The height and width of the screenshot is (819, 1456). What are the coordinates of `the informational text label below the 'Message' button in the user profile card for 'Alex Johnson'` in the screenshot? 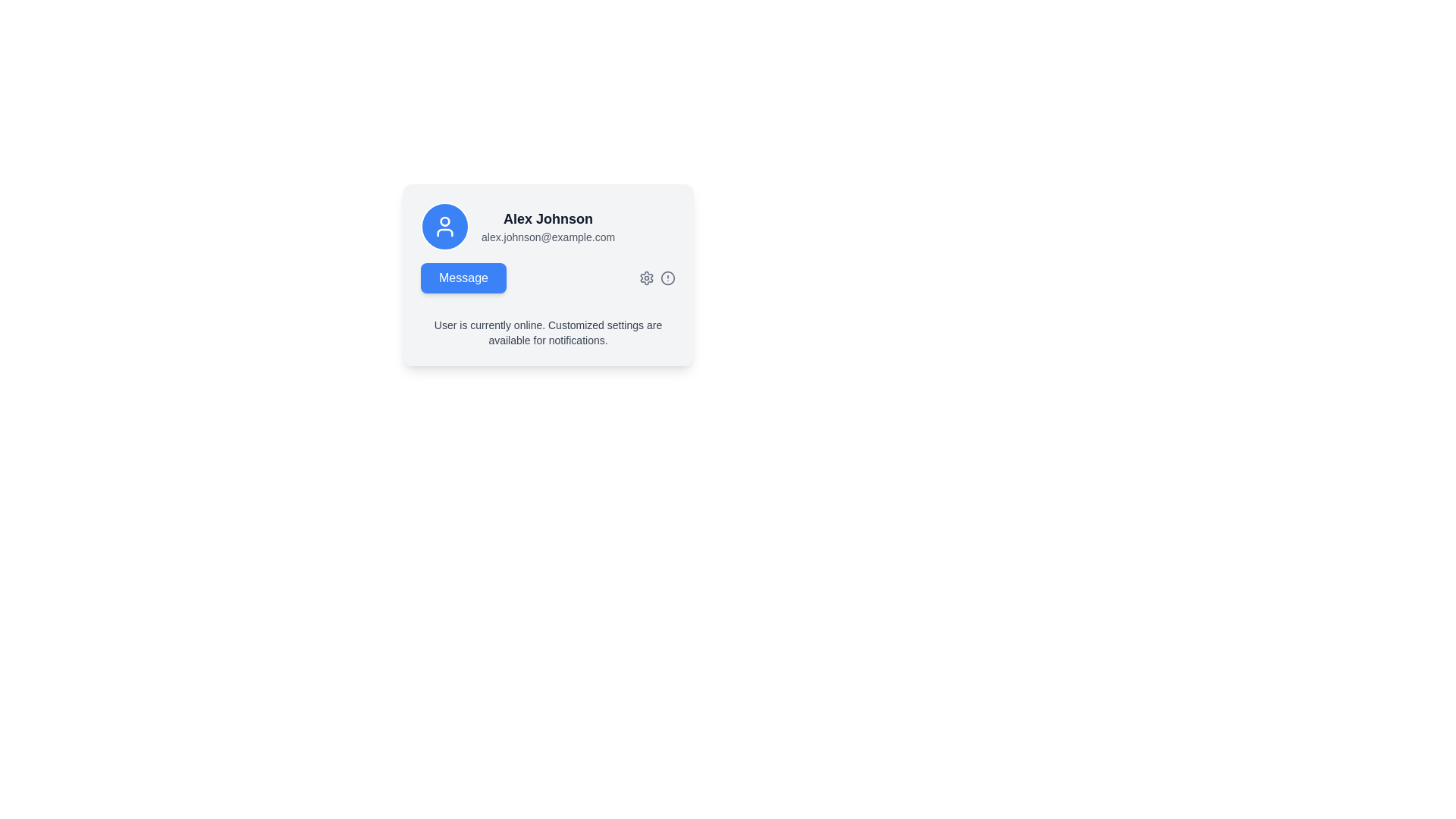 It's located at (548, 326).